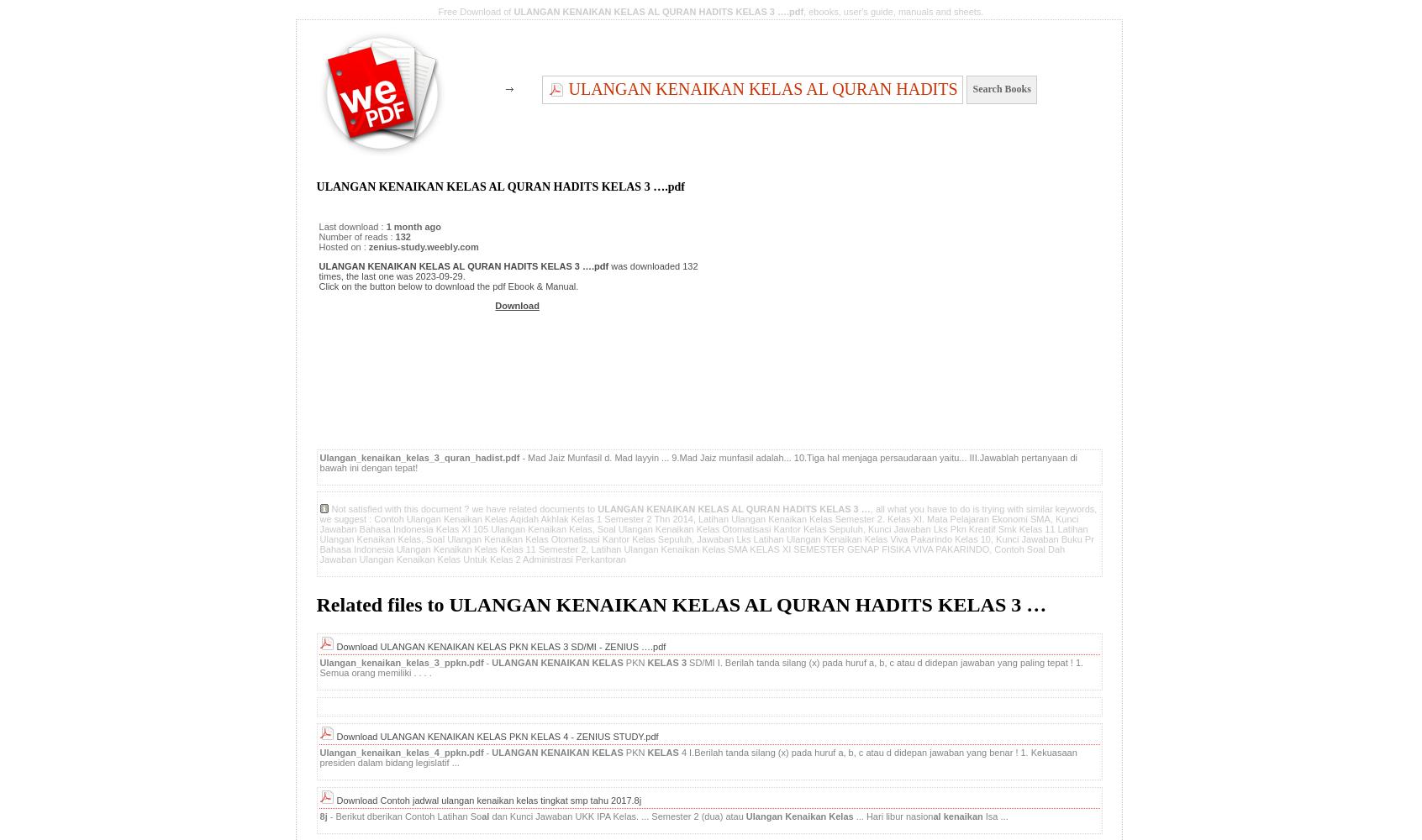  Describe the element at coordinates (685, 662) in the screenshot. I see `'3'` at that location.